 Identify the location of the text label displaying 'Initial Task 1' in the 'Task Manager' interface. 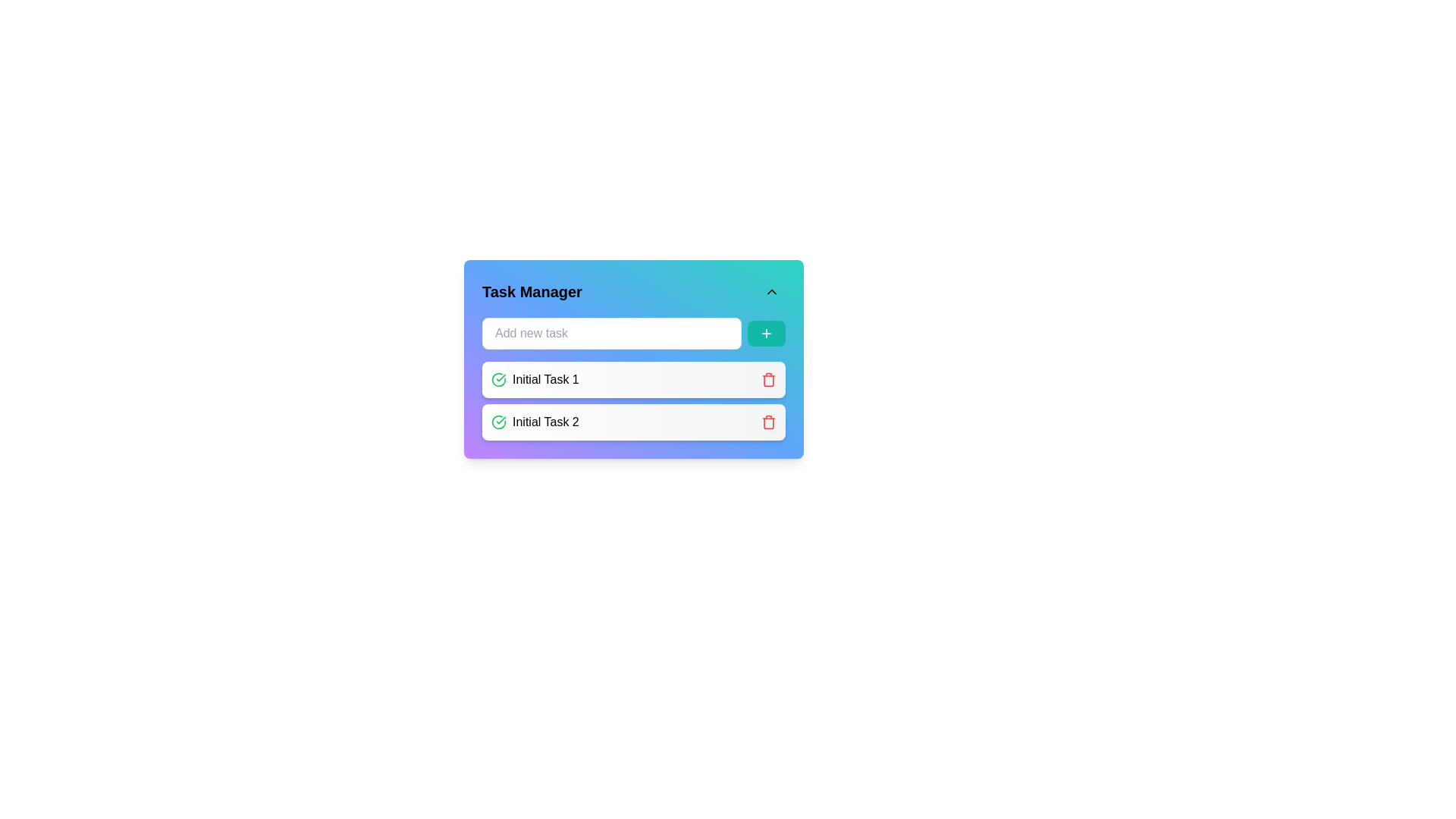
(545, 379).